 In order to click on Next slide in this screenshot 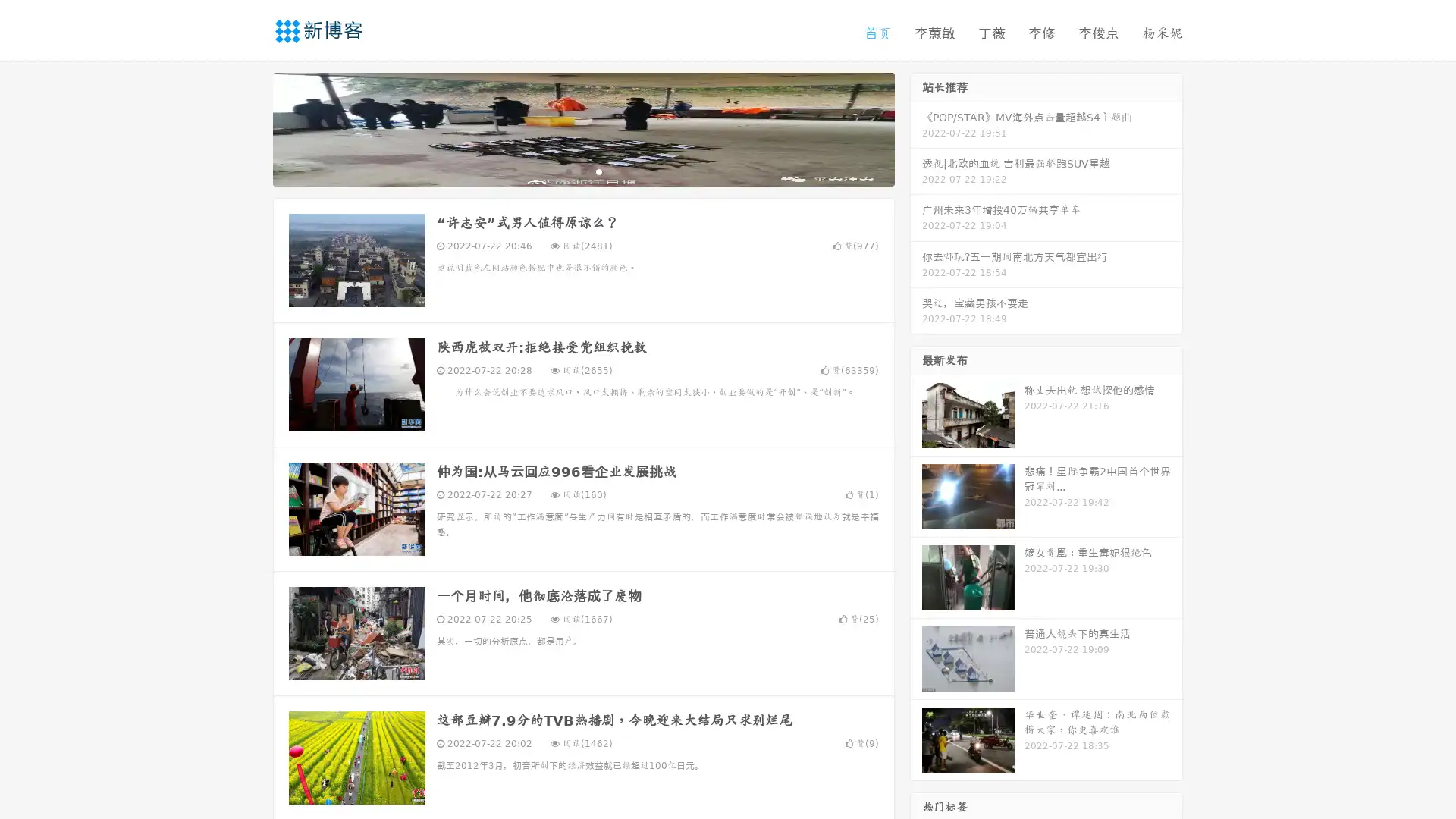, I will do `click(916, 127)`.